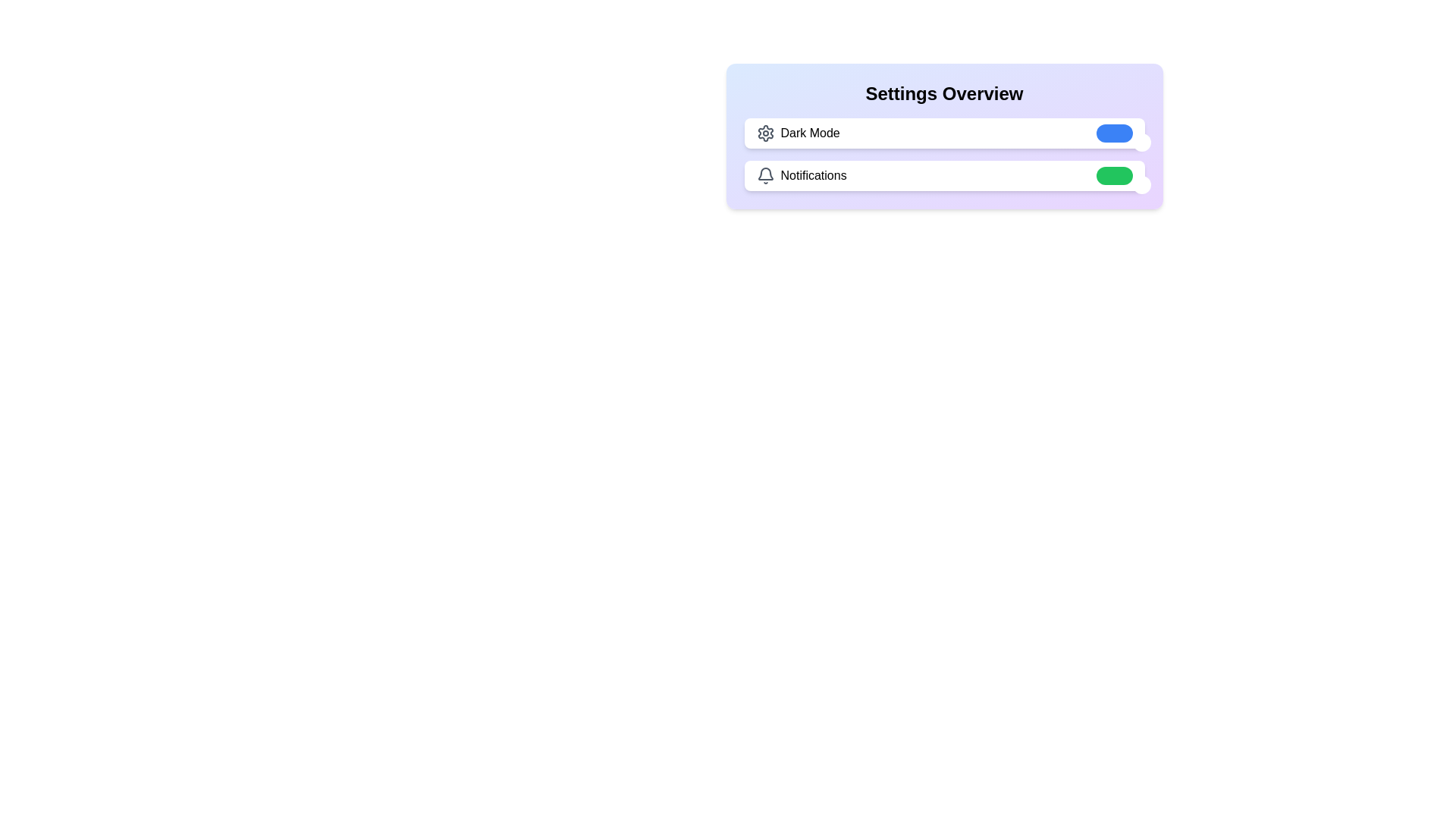  I want to click on Dark Mode toggle switch to change its state, so click(1114, 133).